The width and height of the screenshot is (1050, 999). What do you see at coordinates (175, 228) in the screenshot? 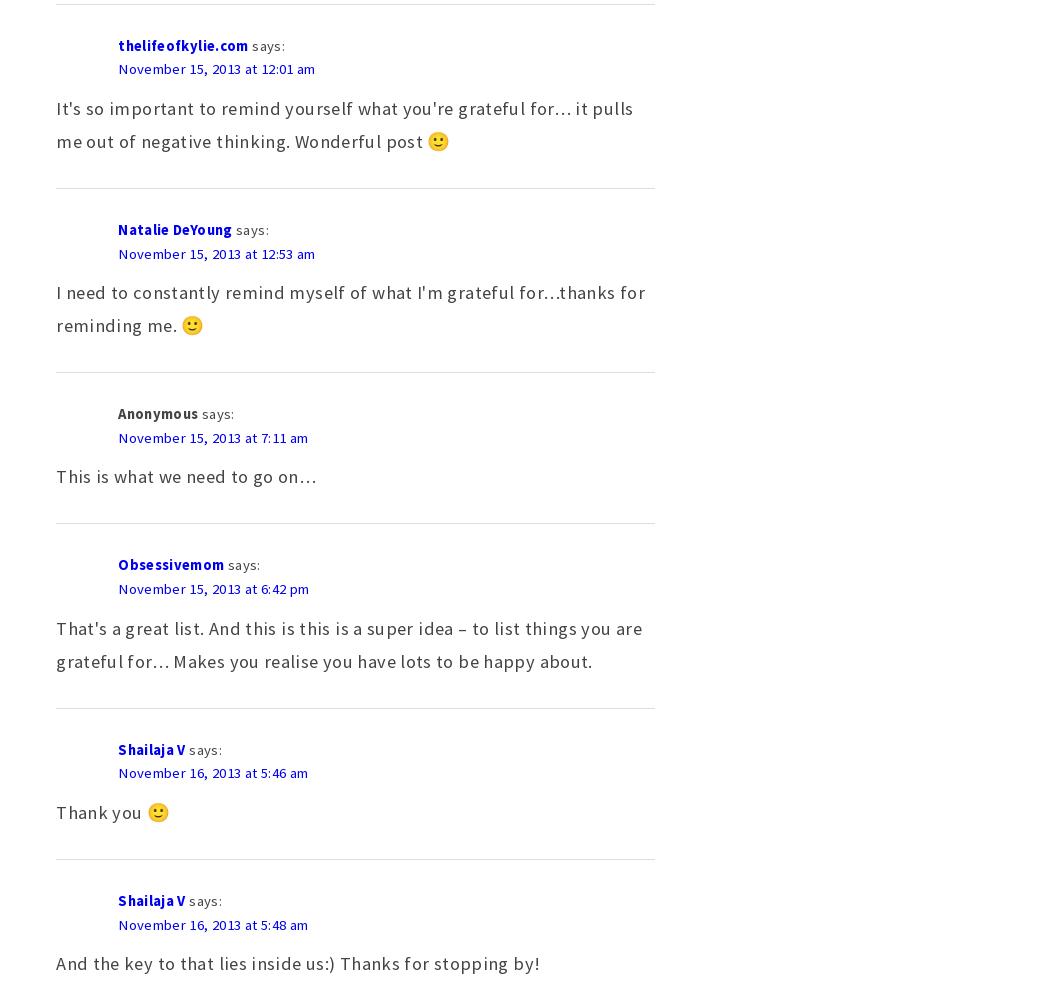
I see `'Natalie DeYoung'` at bounding box center [175, 228].